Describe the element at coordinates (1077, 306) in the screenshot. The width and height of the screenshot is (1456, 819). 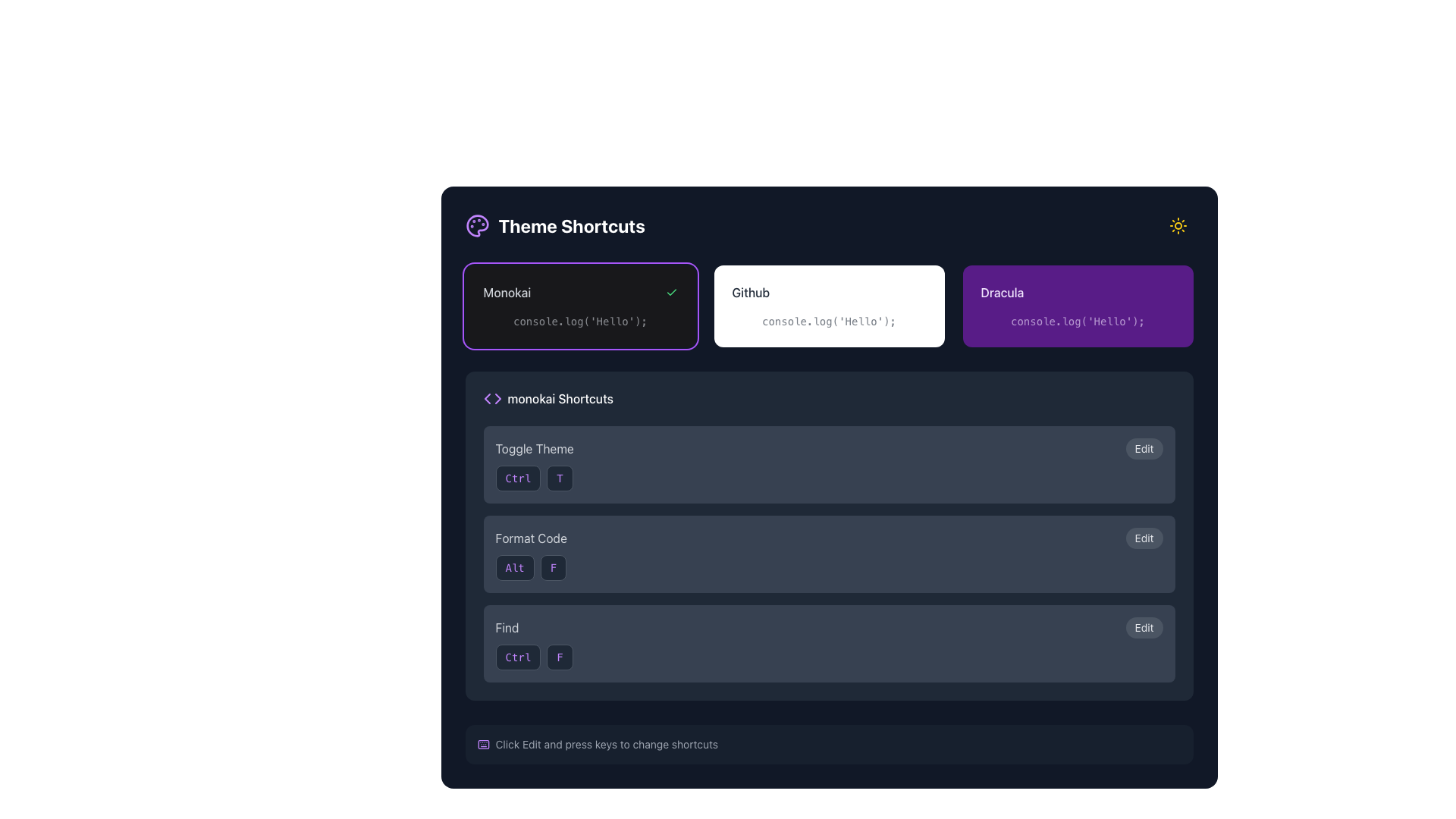
I see `the 'Dracula' selectable card, which is the rightmost card in a grid of three options` at that location.